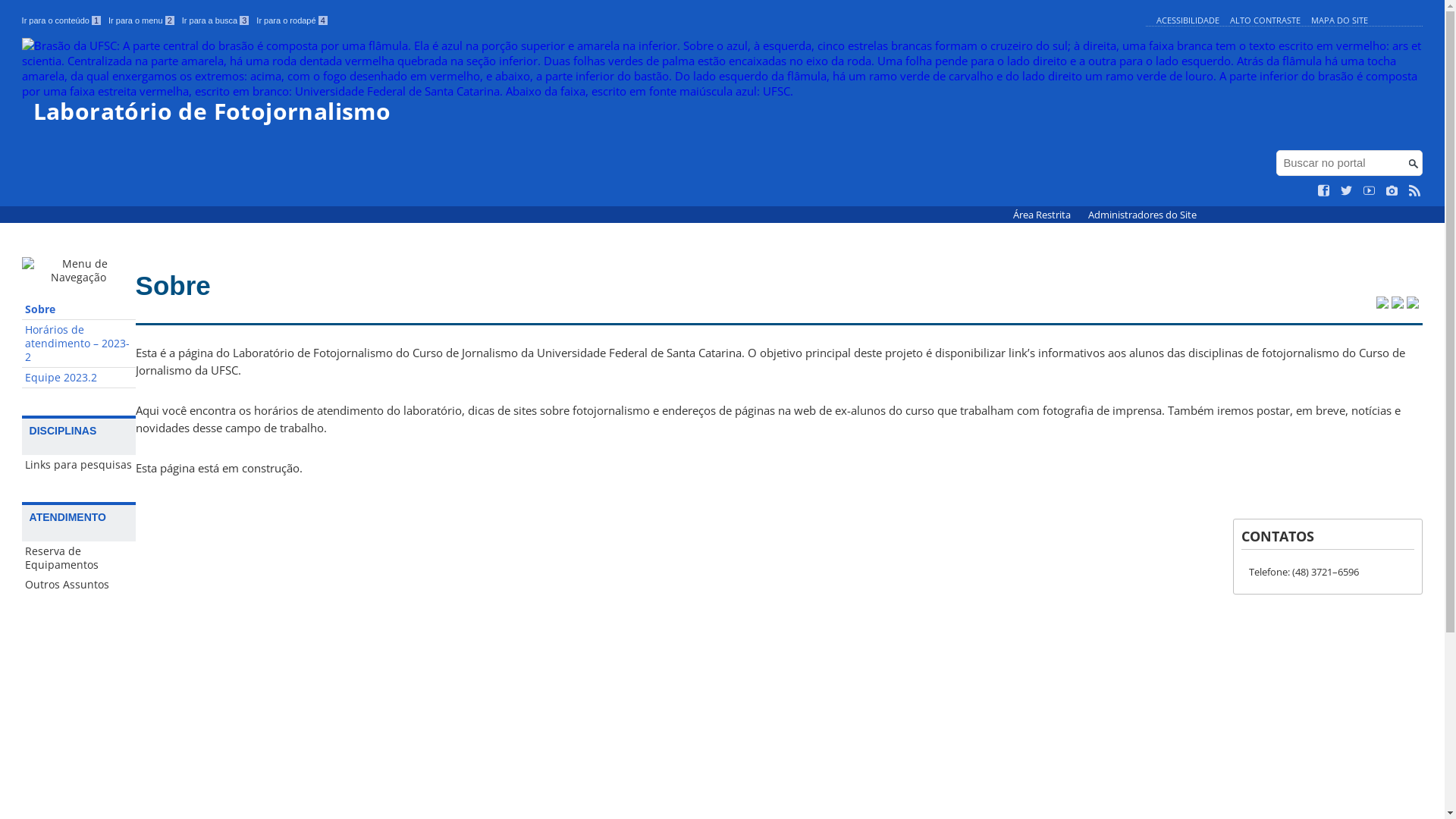 The height and width of the screenshot is (819, 1456). I want to click on 'Curta no Facebook', so click(1323, 190).